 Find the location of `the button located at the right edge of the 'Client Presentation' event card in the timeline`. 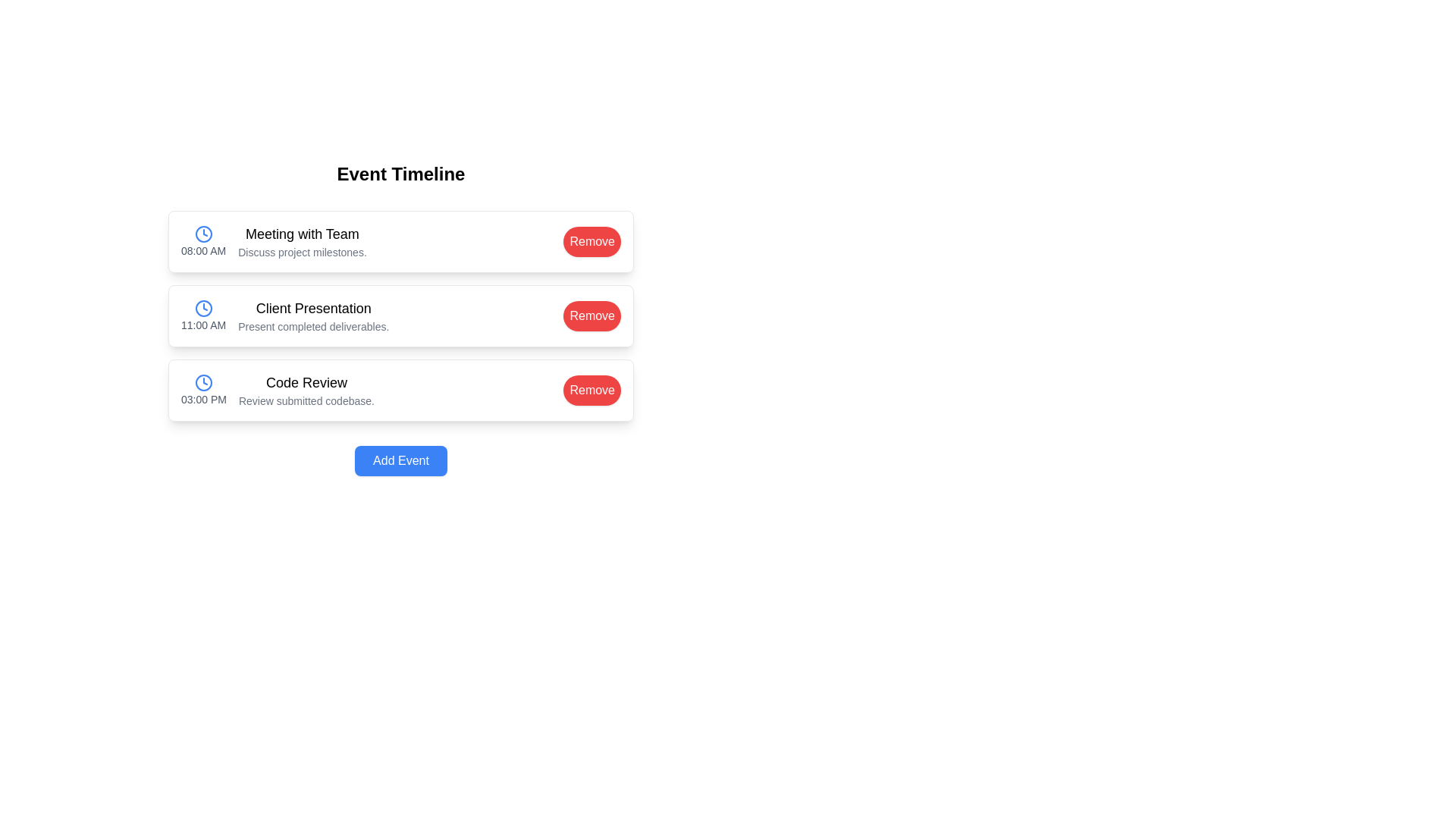

the button located at the right edge of the 'Client Presentation' event card in the timeline is located at coordinates (591, 315).